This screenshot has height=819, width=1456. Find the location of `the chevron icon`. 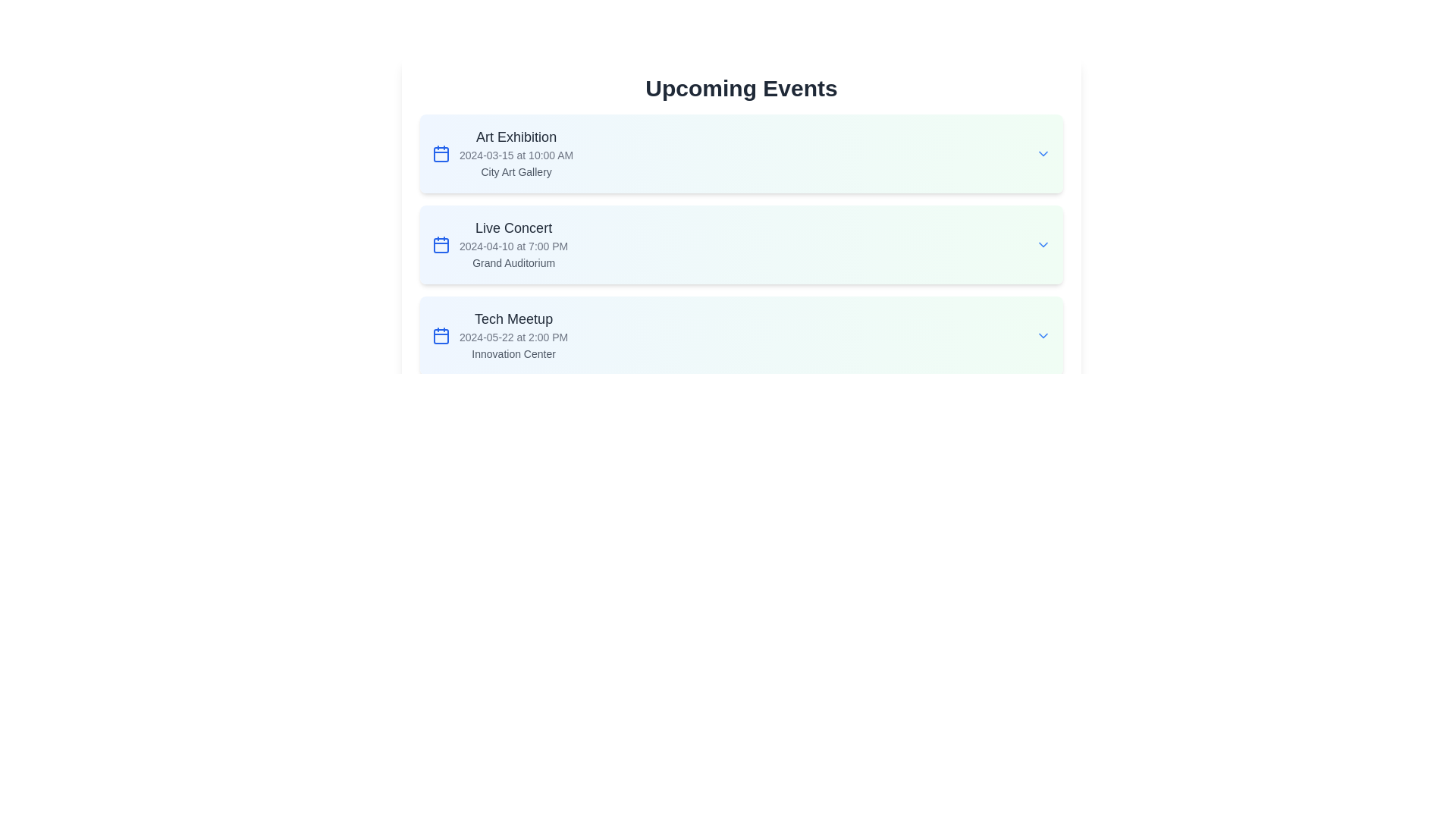

the chevron icon is located at coordinates (1043, 244).